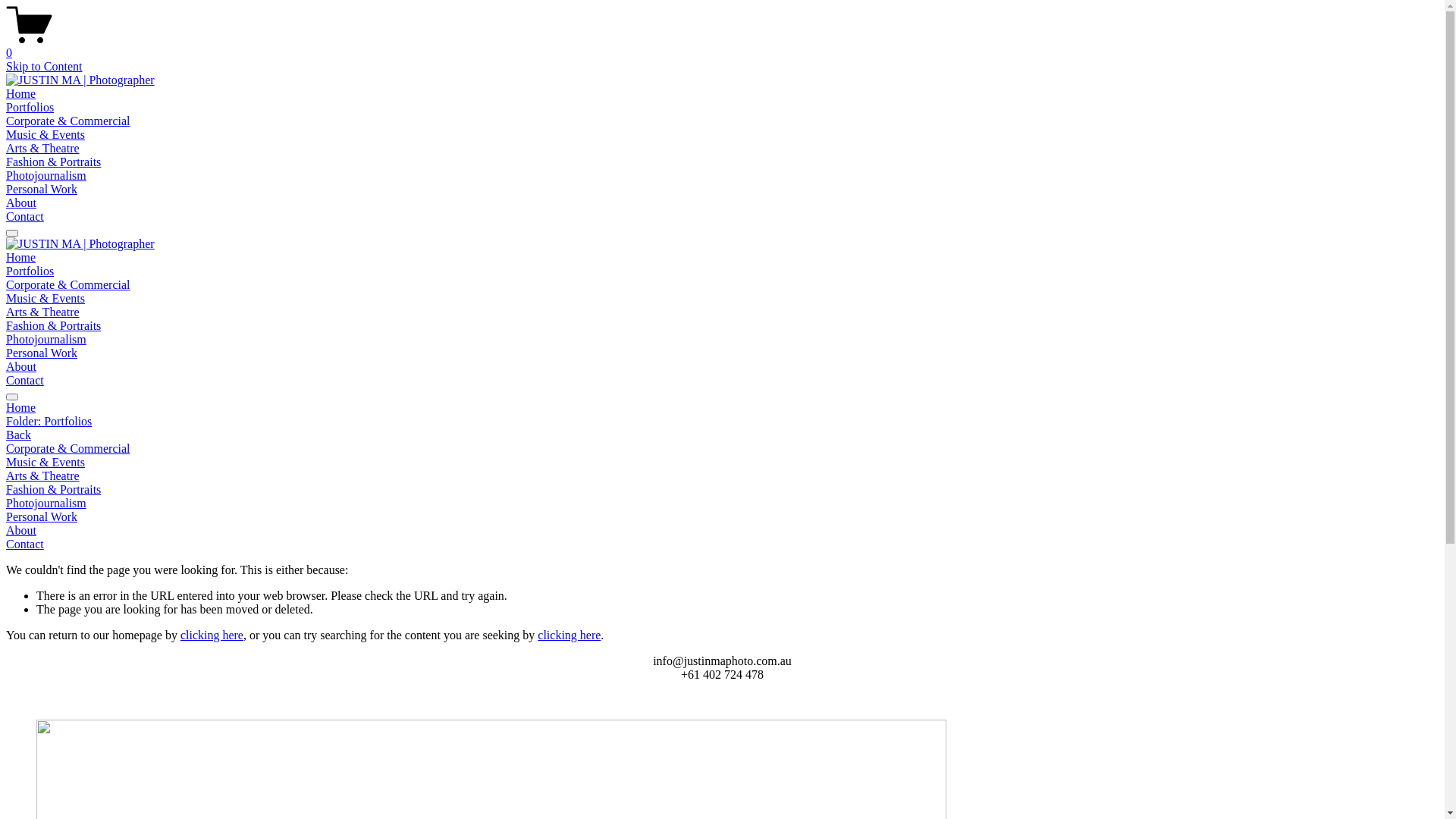 The image size is (1456, 819). Describe the element at coordinates (25, 379) in the screenshot. I see `'Contact'` at that location.